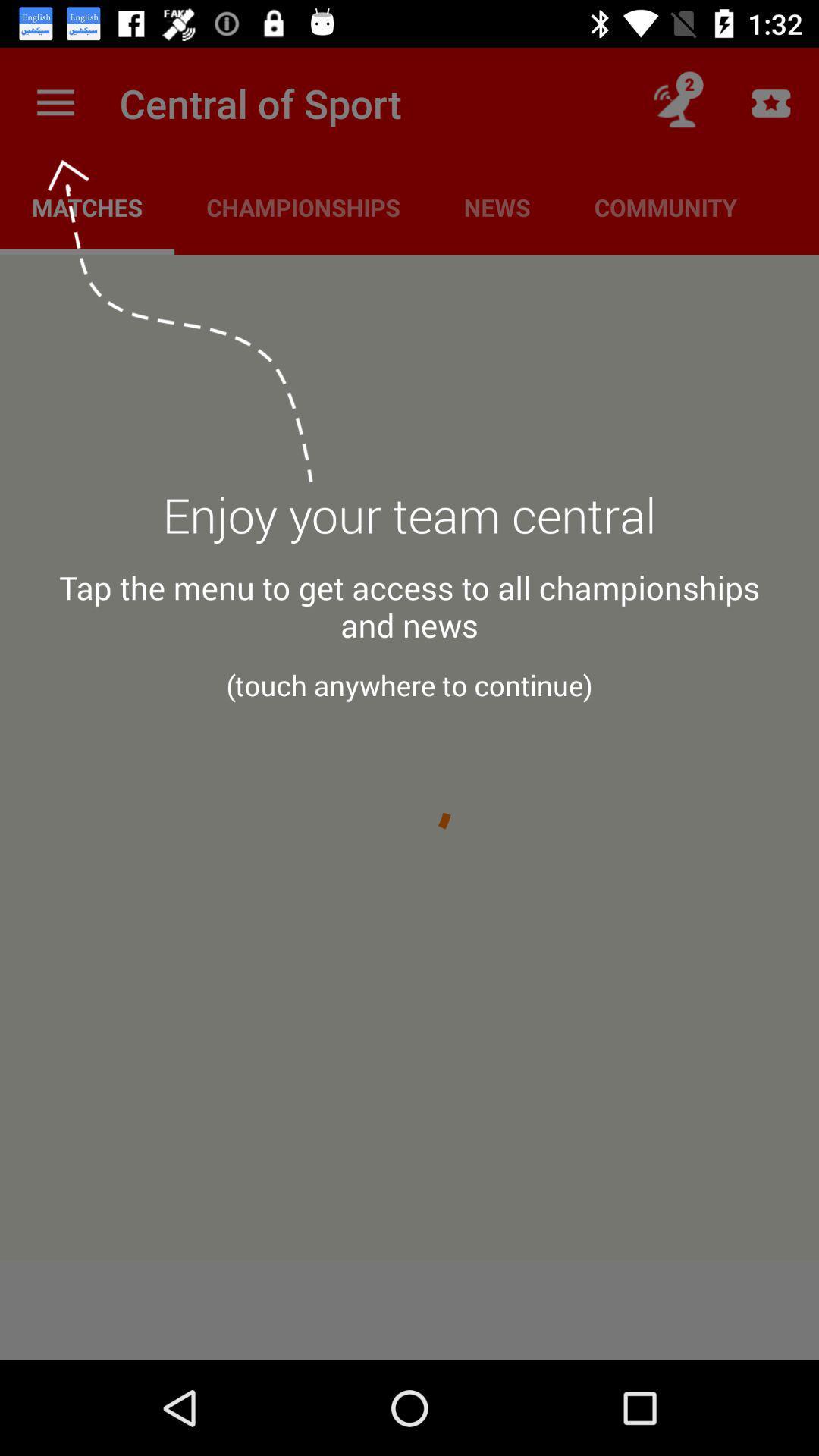 The image size is (819, 1456). Describe the element at coordinates (409, 524) in the screenshot. I see `enjoy your team icon` at that location.